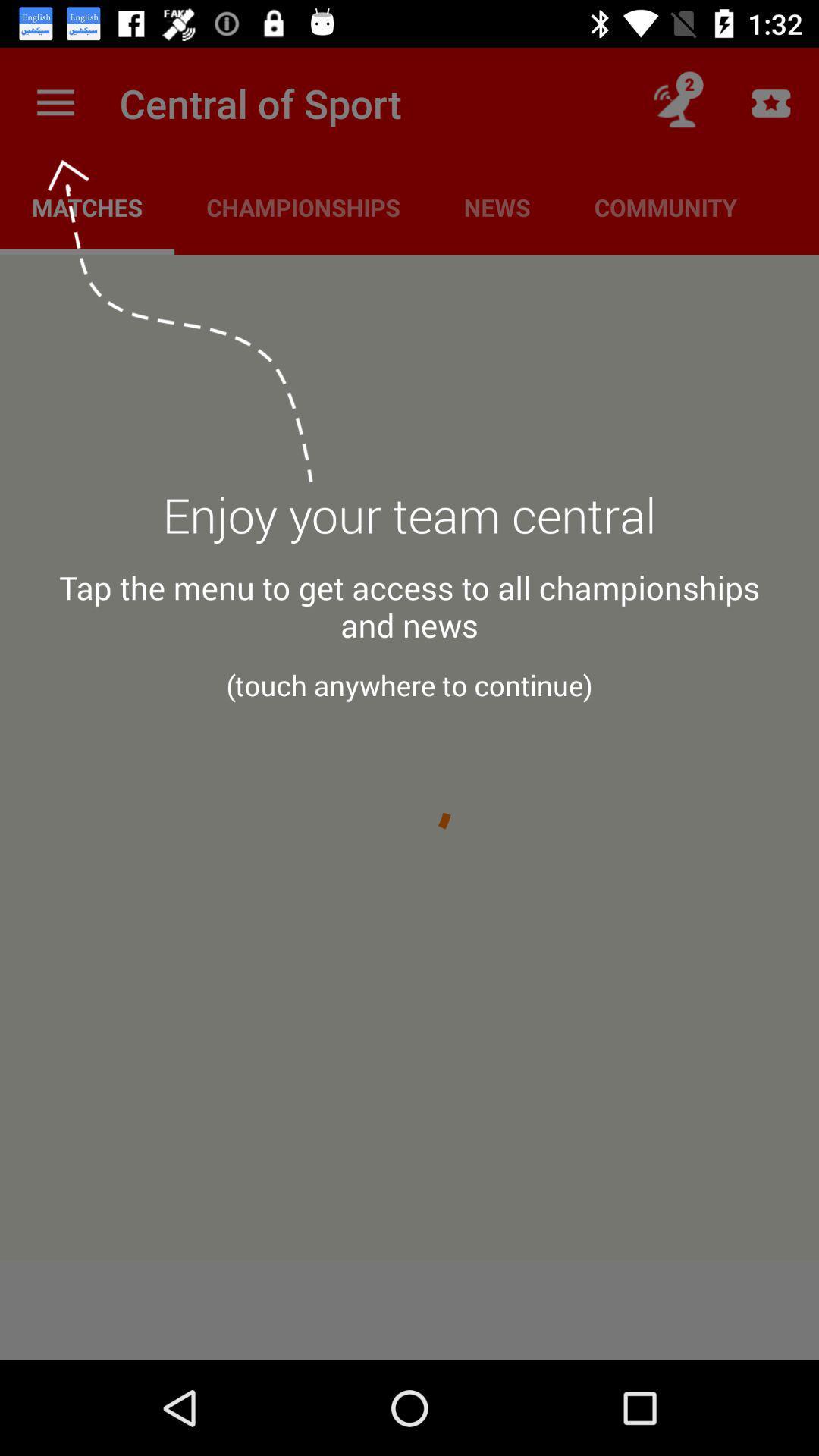 The image size is (819, 1456). Describe the element at coordinates (409, 524) in the screenshot. I see `enjoy your team icon` at that location.